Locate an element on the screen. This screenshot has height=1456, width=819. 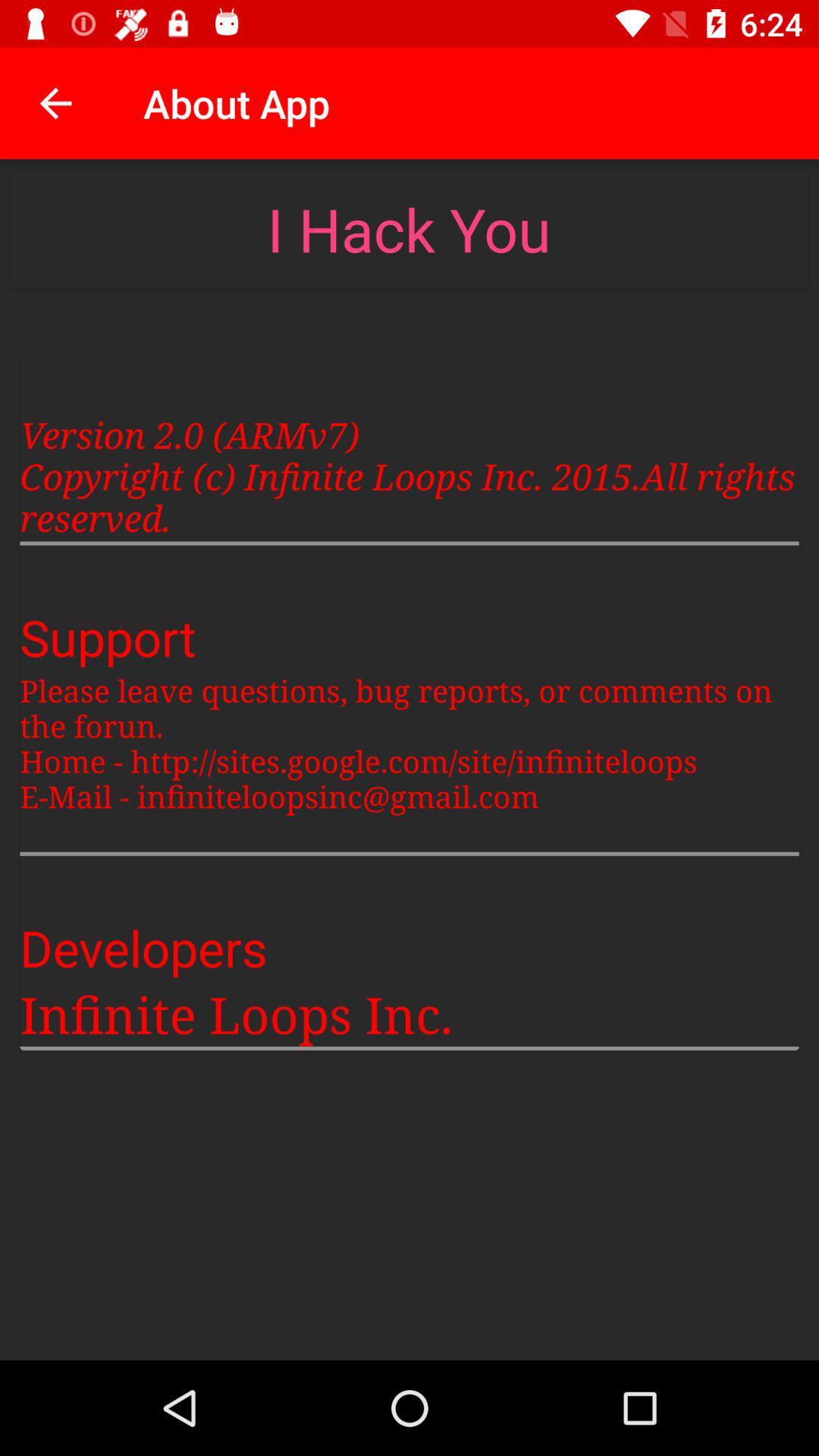
the icon above version 2 0 is located at coordinates (408, 228).